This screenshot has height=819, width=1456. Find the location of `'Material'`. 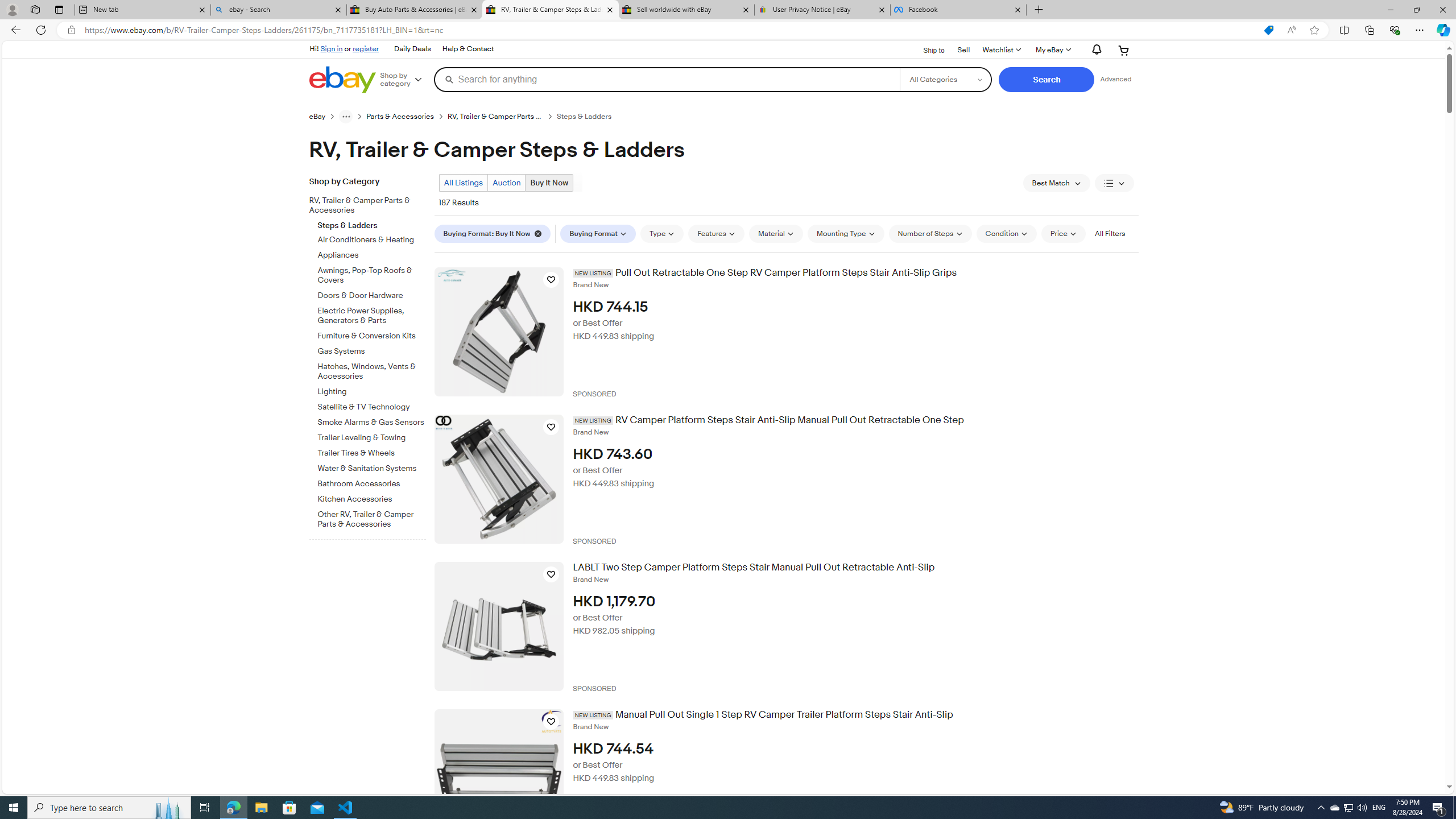

'Material' is located at coordinates (775, 233).